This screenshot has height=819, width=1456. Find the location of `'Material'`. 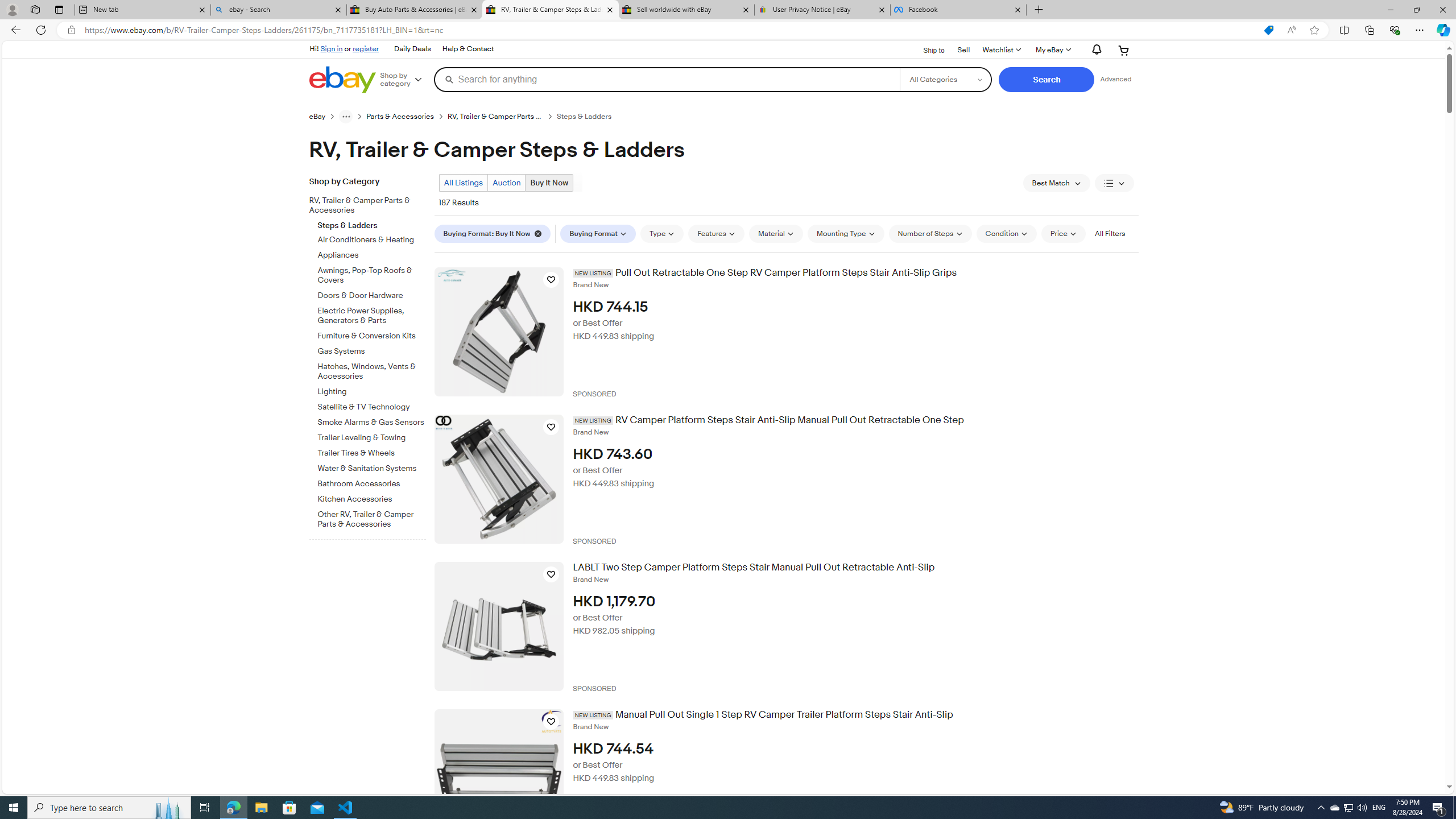

'Material' is located at coordinates (775, 233).